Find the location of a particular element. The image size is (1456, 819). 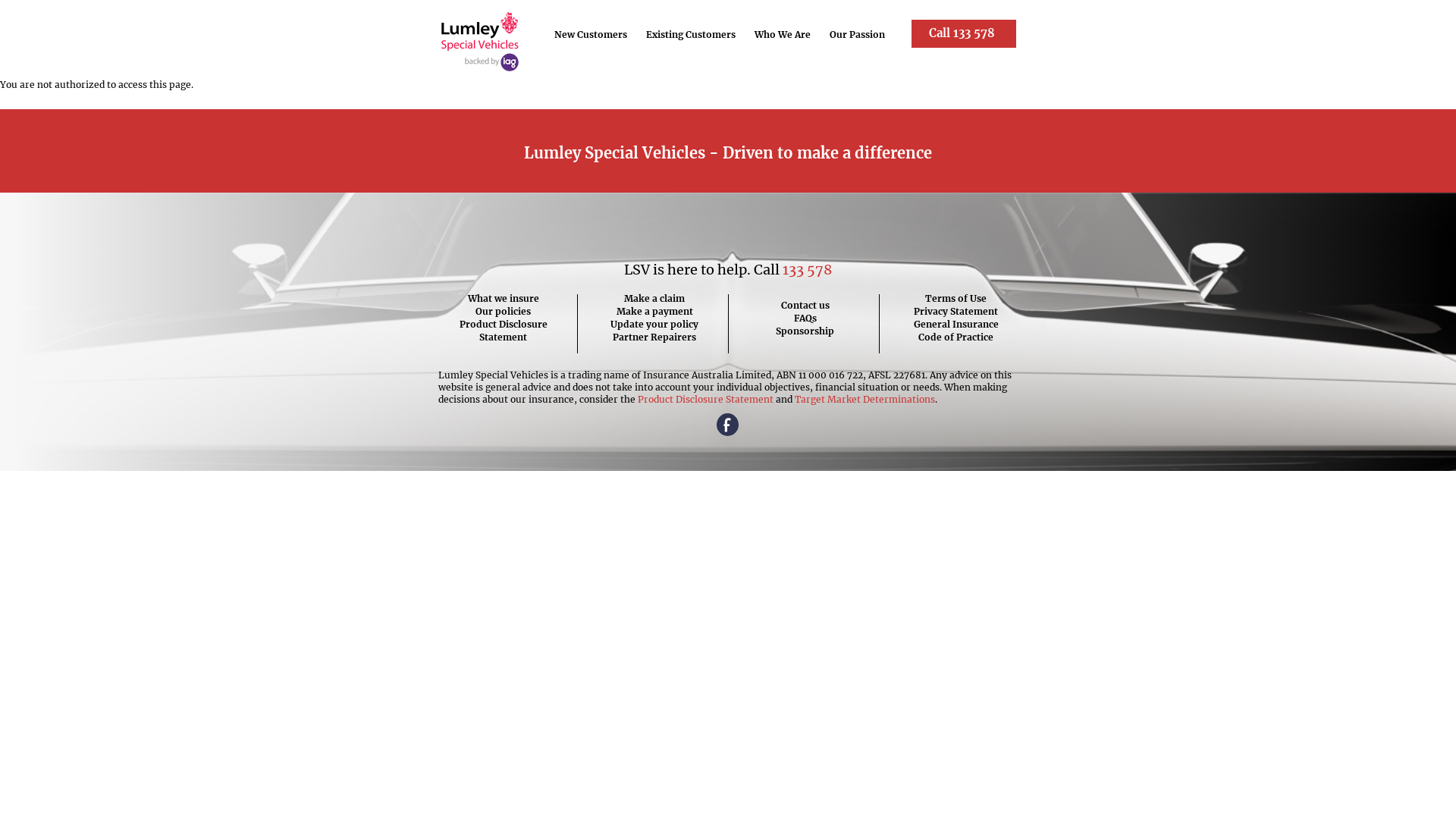

'General Insurance Code of Practice' is located at coordinates (912, 329).